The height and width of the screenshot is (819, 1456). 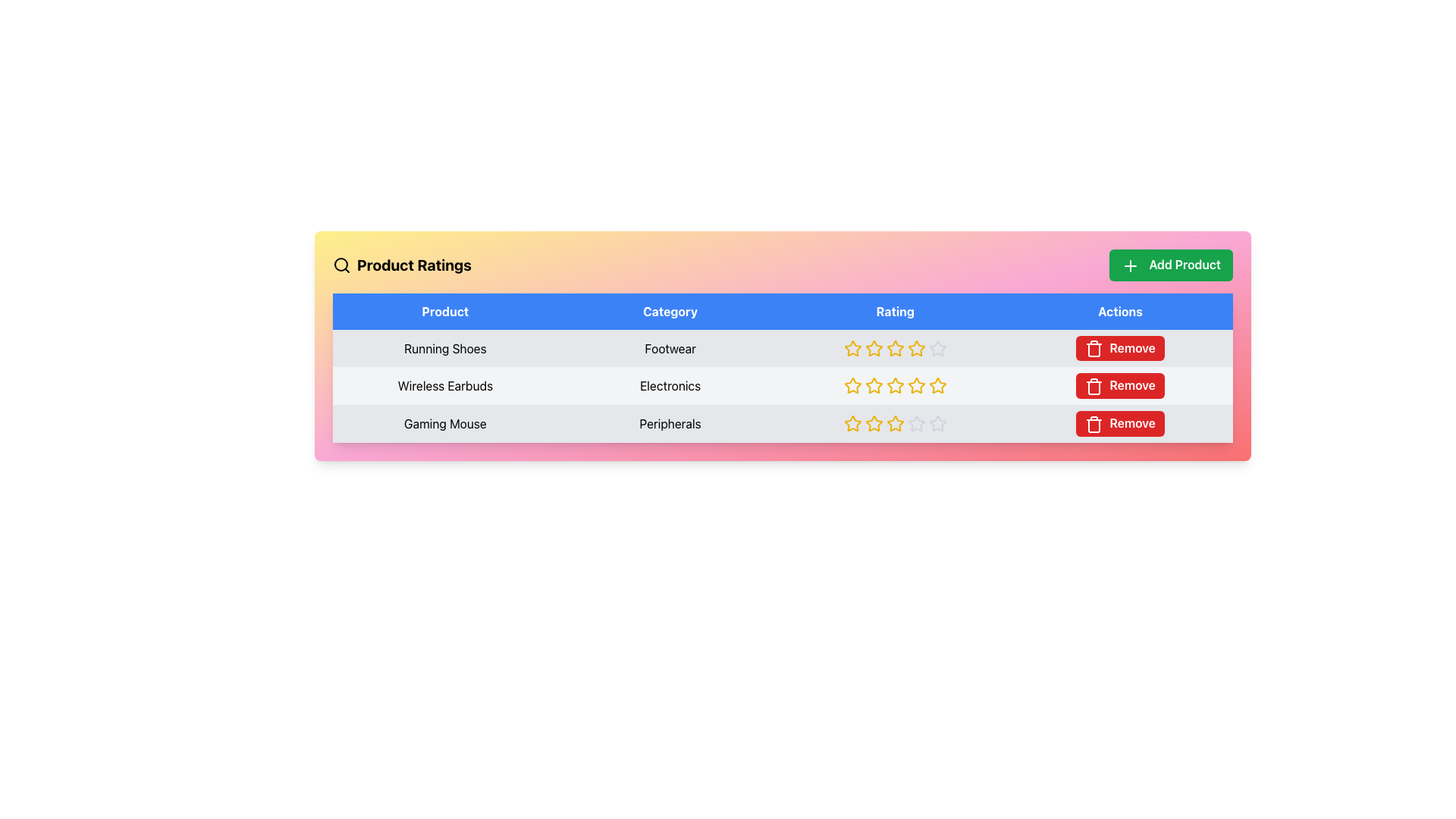 What do you see at coordinates (874, 348) in the screenshot?
I see `the second star icon in the ratings table for the 'Running Shoes' product` at bounding box center [874, 348].